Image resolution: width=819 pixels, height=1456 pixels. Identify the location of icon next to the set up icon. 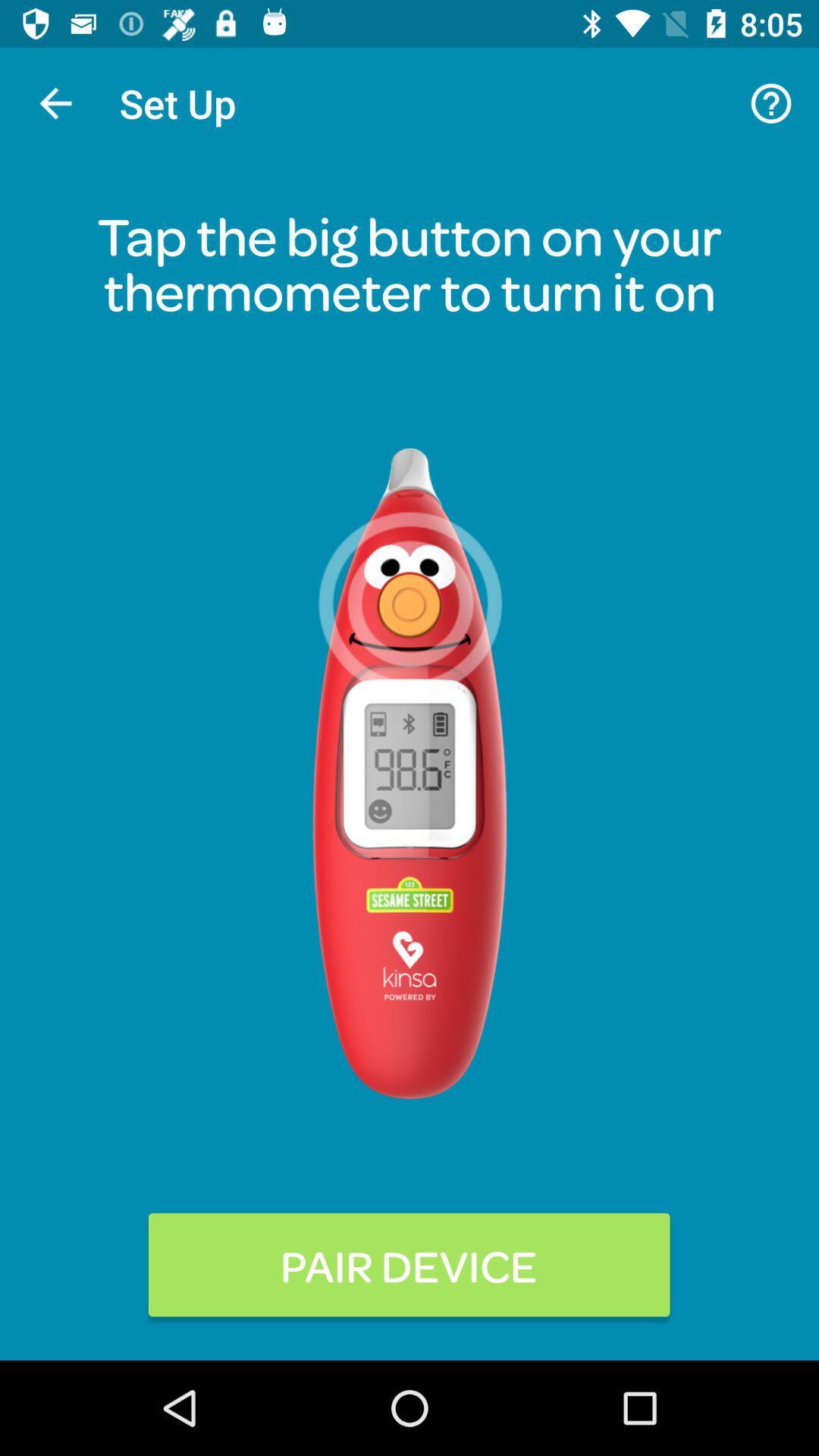
(771, 102).